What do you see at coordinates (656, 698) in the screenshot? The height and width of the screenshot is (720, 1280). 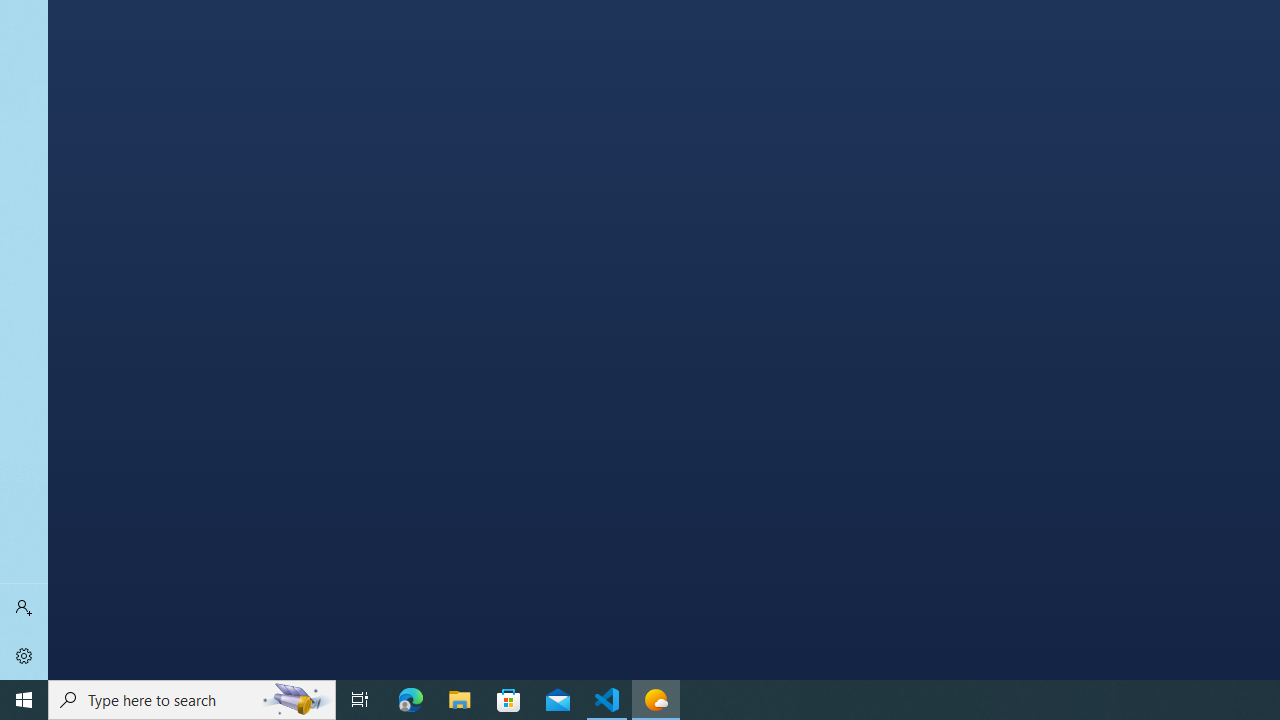 I see `'Weather - 1 running window'` at bounding box center [656, 698].